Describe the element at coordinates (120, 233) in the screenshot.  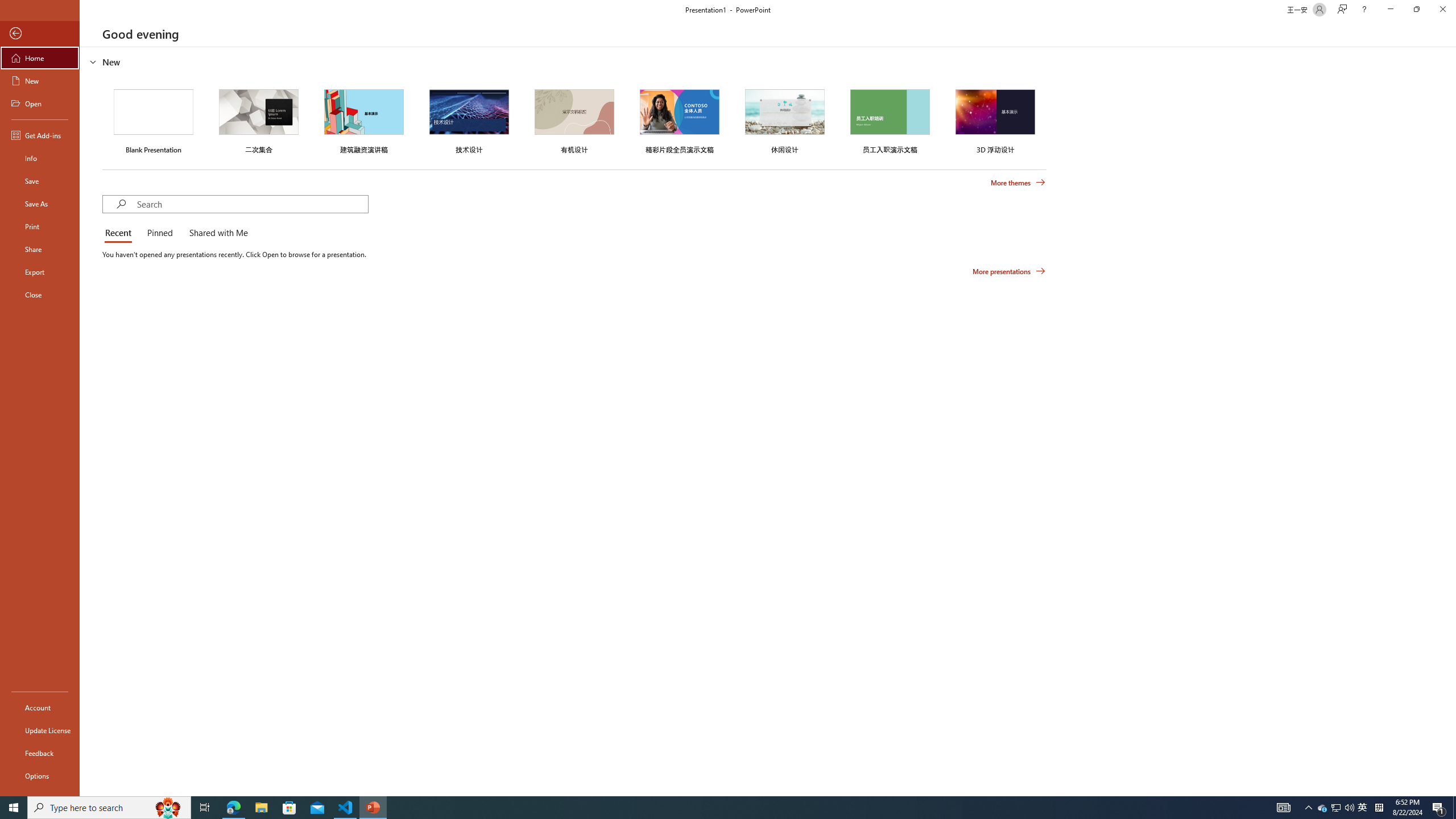
I see `'Recent'` at that location.